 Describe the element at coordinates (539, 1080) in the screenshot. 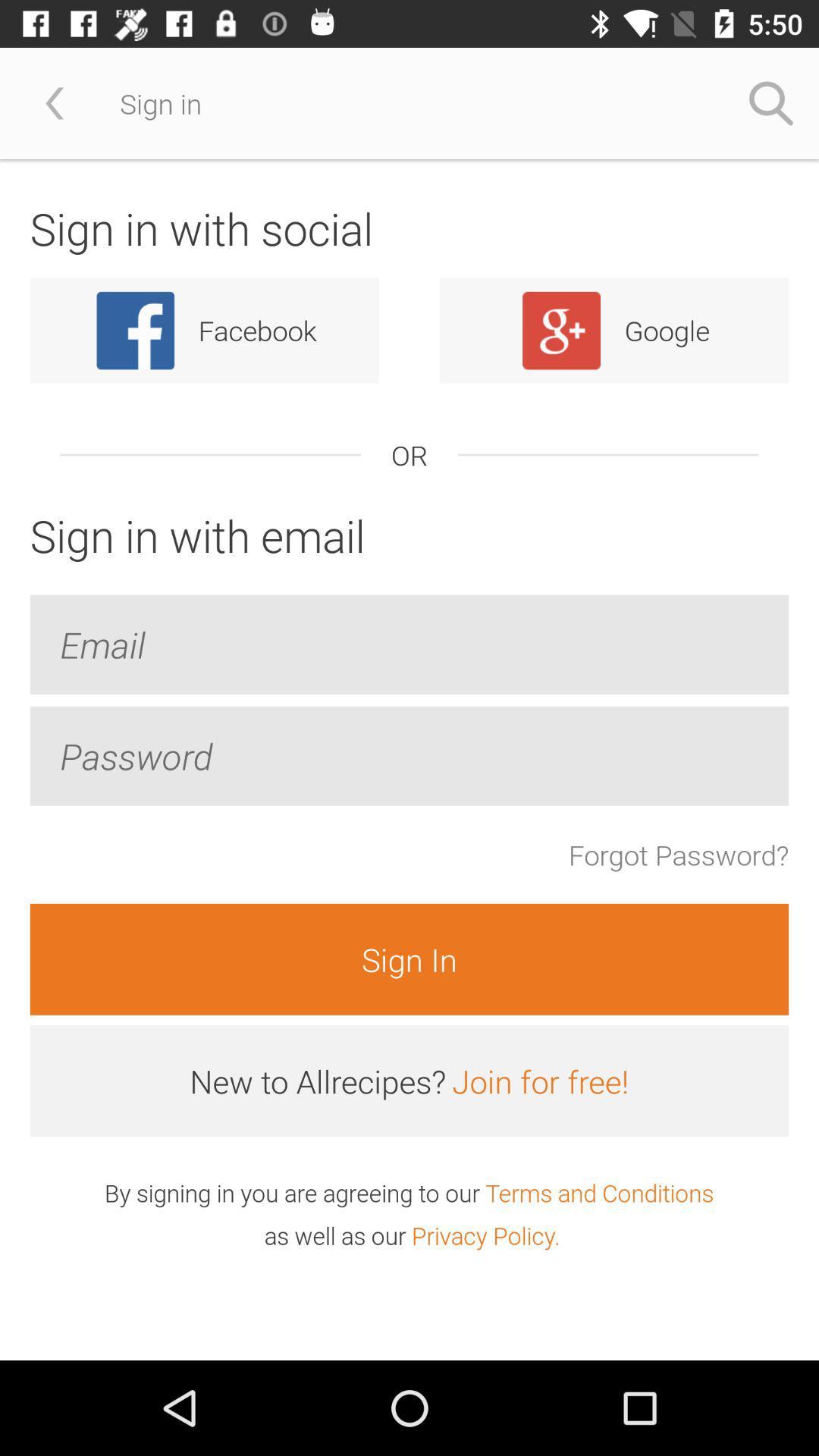

I see `the icon to the right of new to allrecipes? item` at that location.